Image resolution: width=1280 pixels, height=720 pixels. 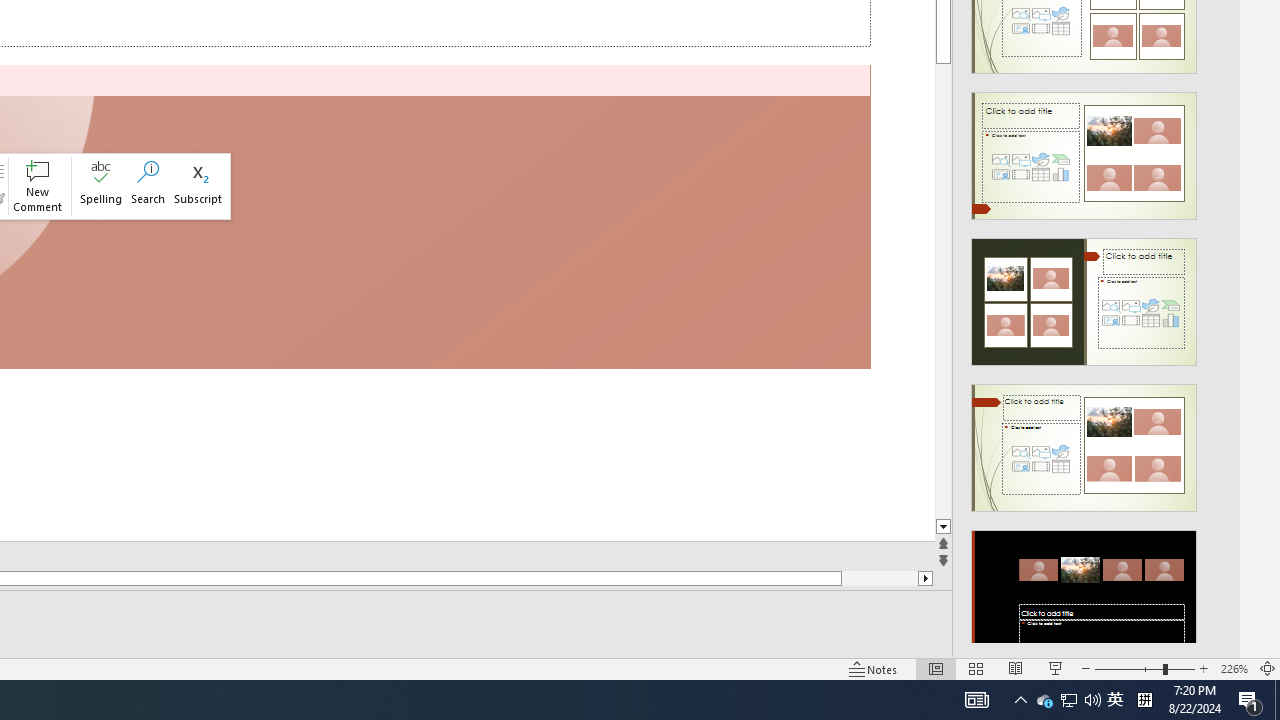 What do you see at coordinates (1233, 669) in the screenshot?
I see `'Zoom 226%'` at bounding box center [1233, 669].